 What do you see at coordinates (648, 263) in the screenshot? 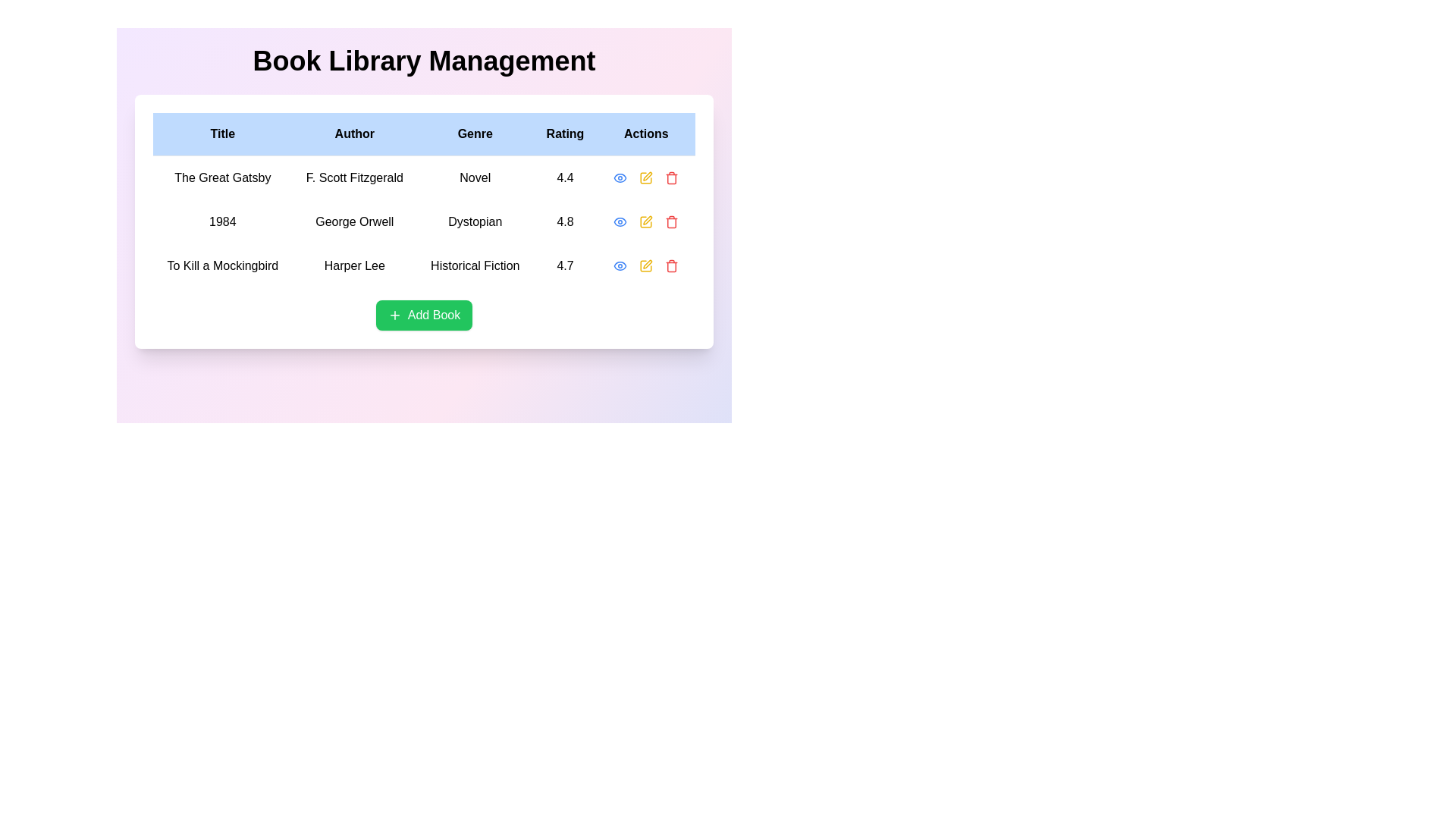
I see `the 'edit' icon button located in the 'Actions' column of the third row, corresponding to the book 'To Kill a Mockingbird'` at bounding box center [648, 263].